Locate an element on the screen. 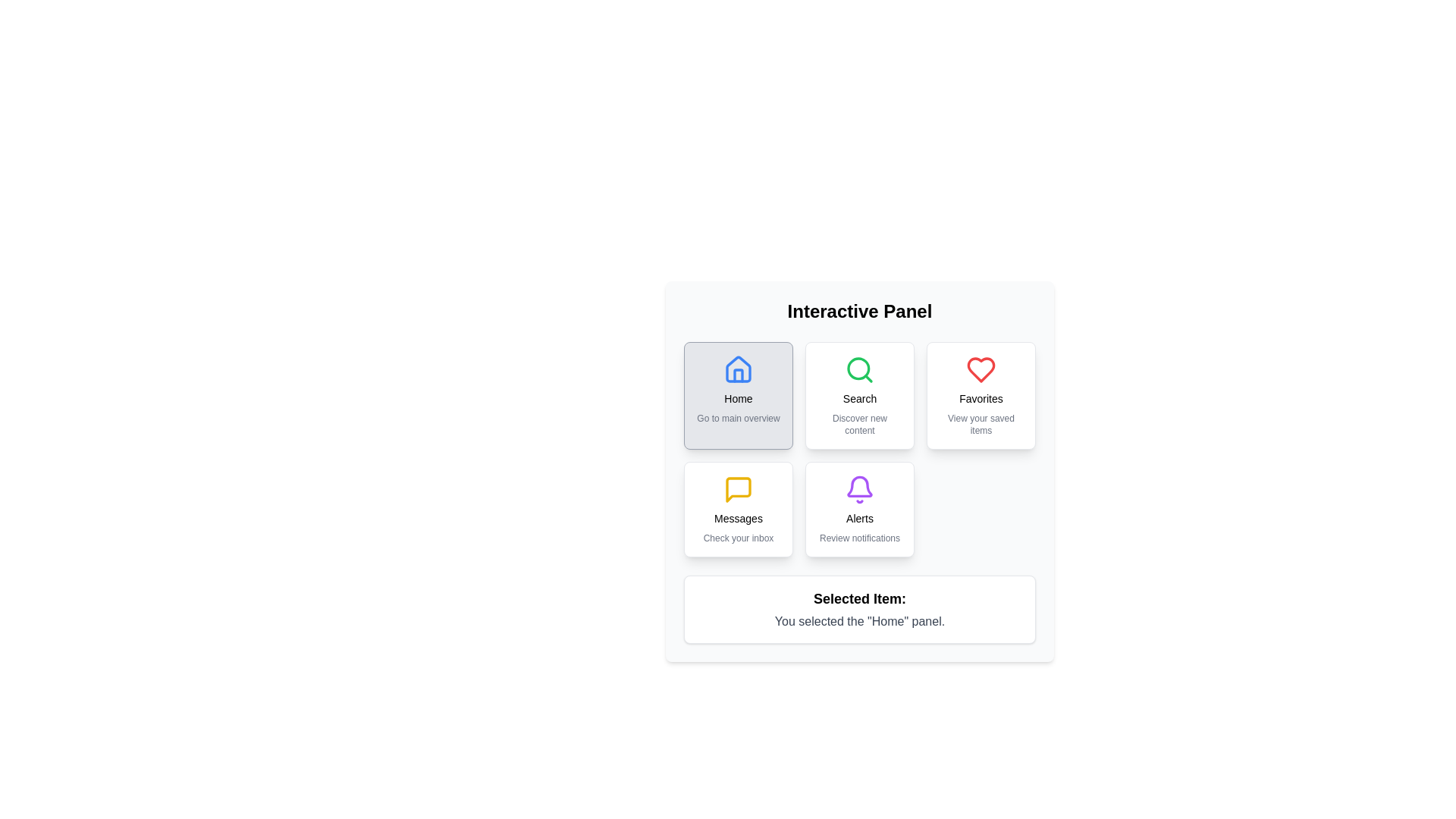  the descriptive text label located below the 'Messages' text in the bottom section of the 'Messages' card is located at coordinates (739, 537).